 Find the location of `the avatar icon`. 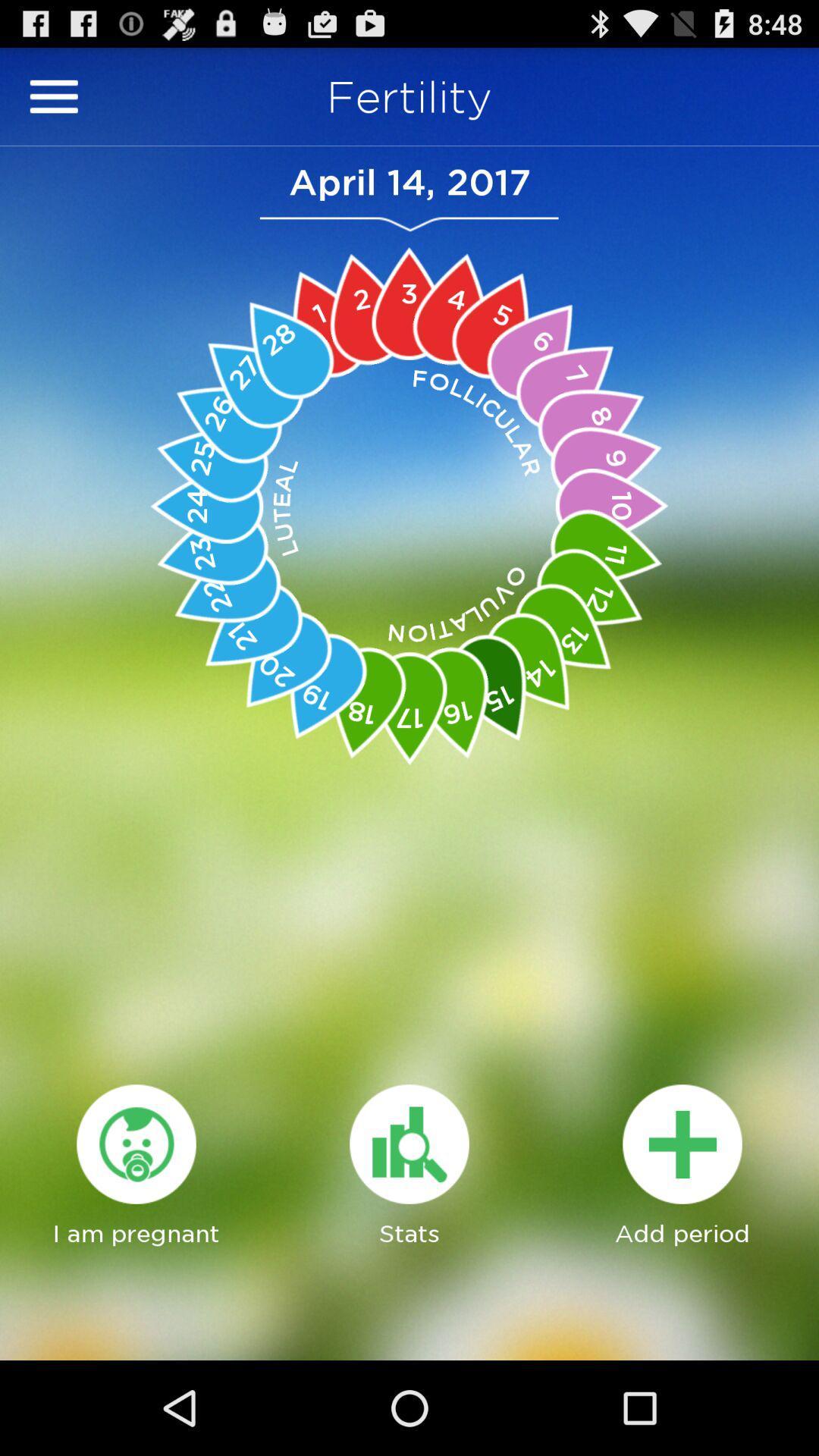

the avatar icon is located at coordinates (409, 1224).